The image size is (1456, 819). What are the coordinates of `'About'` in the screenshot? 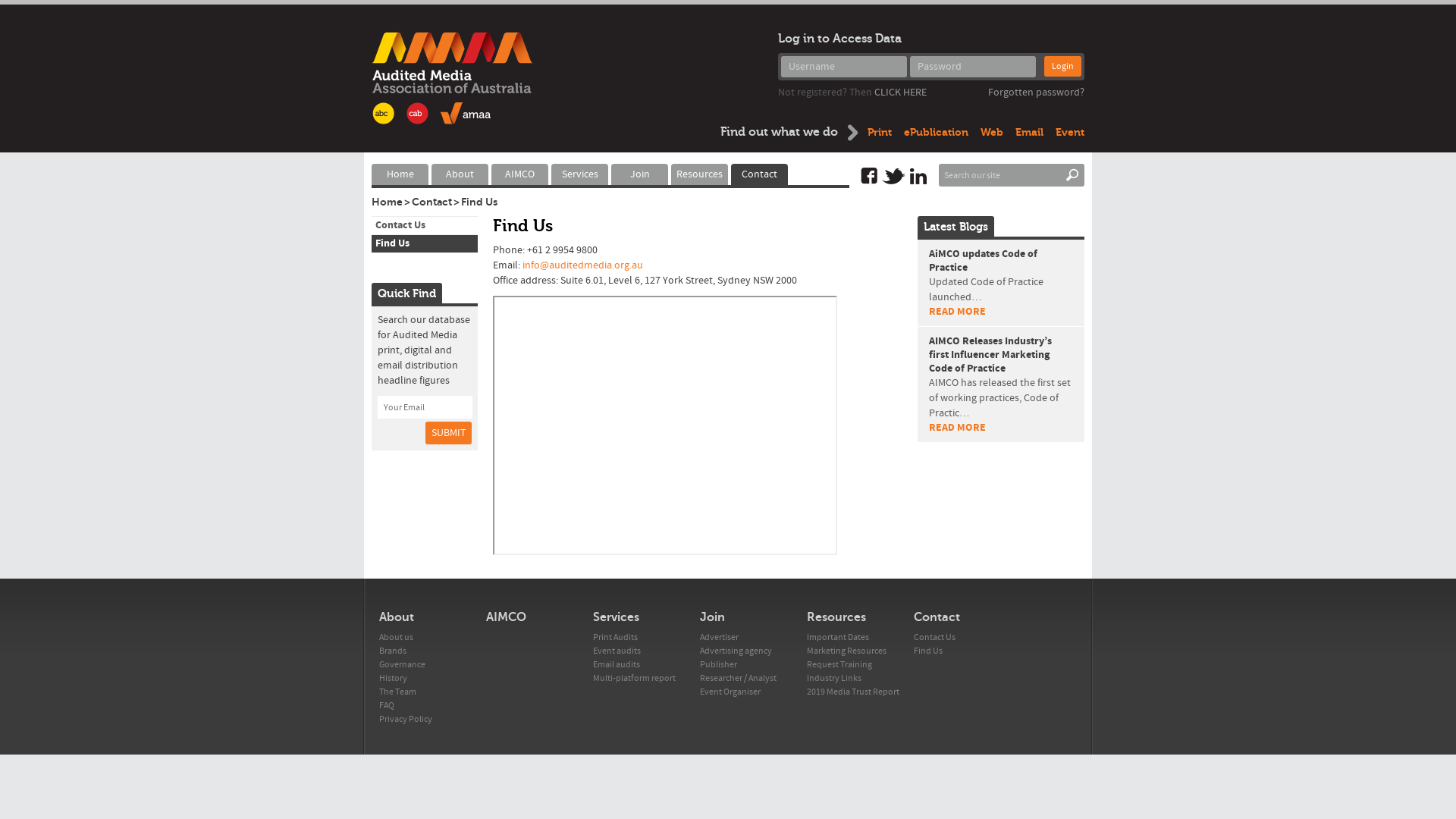 It's located at (459, 174).